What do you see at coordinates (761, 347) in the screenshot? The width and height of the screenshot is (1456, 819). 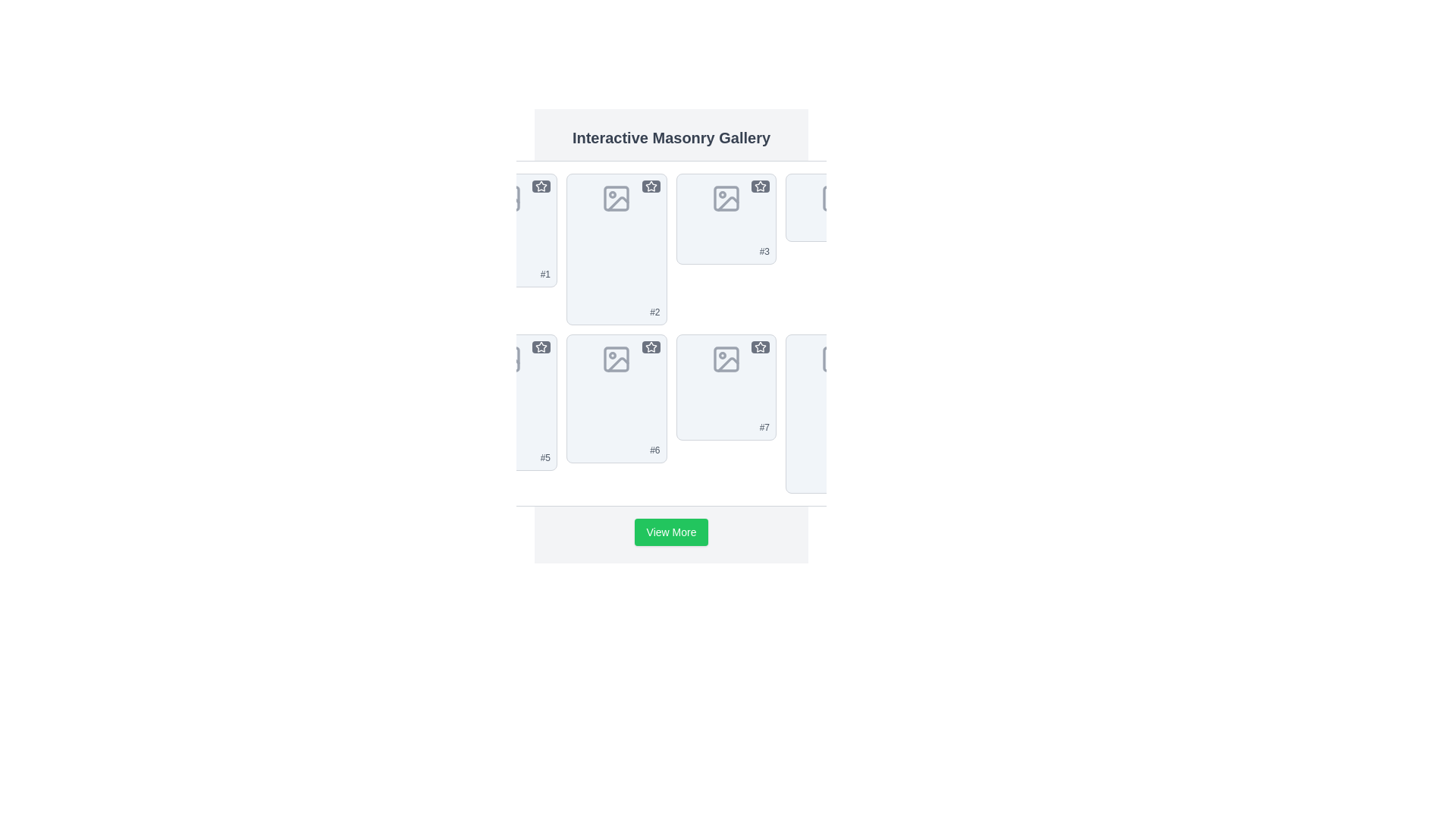 I see `the icon button` at bounding box center [761, 347].